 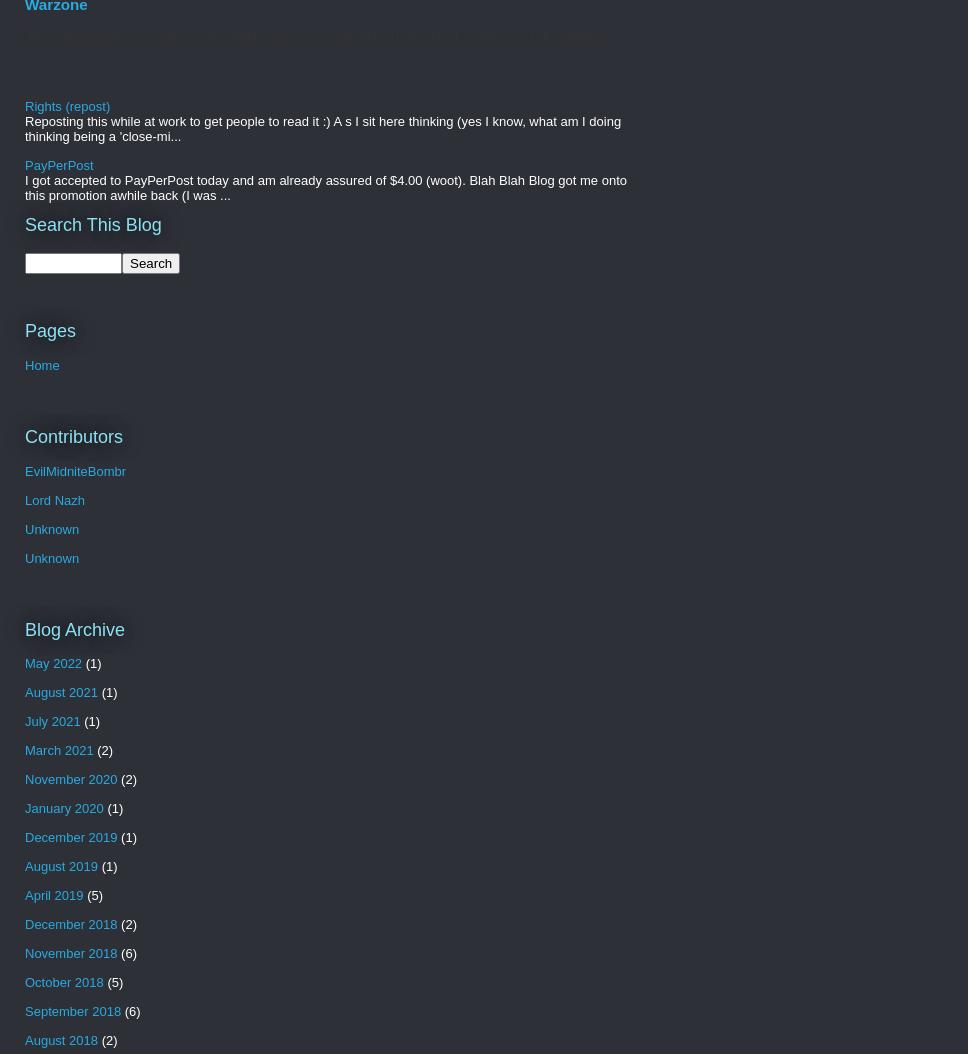 What do you see at coordinates (93, 223) in the screenshot?
I see `'Search This Blog'` at bounding box center [93, 223].